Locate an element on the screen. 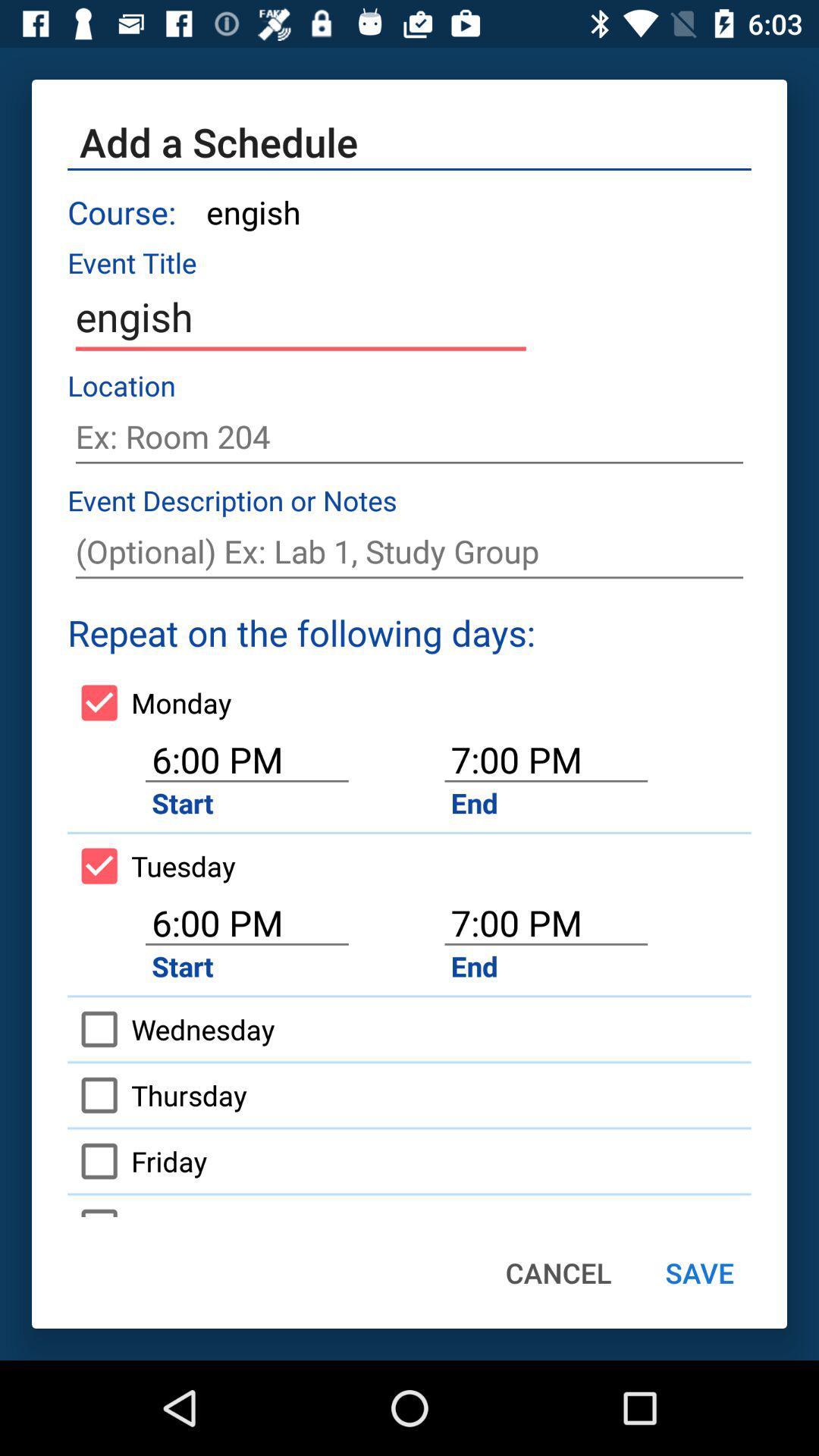  icon next to the 7:00 pm icon is located at coordinates (149, 701).